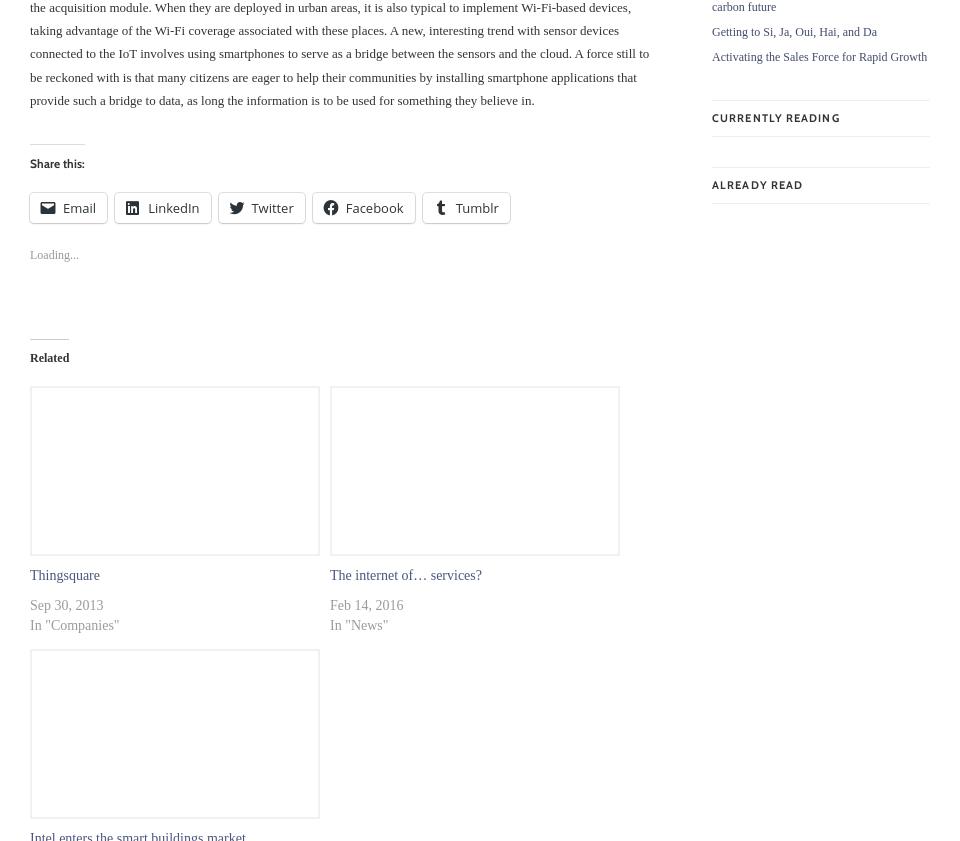 Image resolution: width=960 pixels, height=841 pixels. What do you see at coordinates (250, 206) in the screenshot?
I see `'Twitter'` at bounding box center [250, 206].